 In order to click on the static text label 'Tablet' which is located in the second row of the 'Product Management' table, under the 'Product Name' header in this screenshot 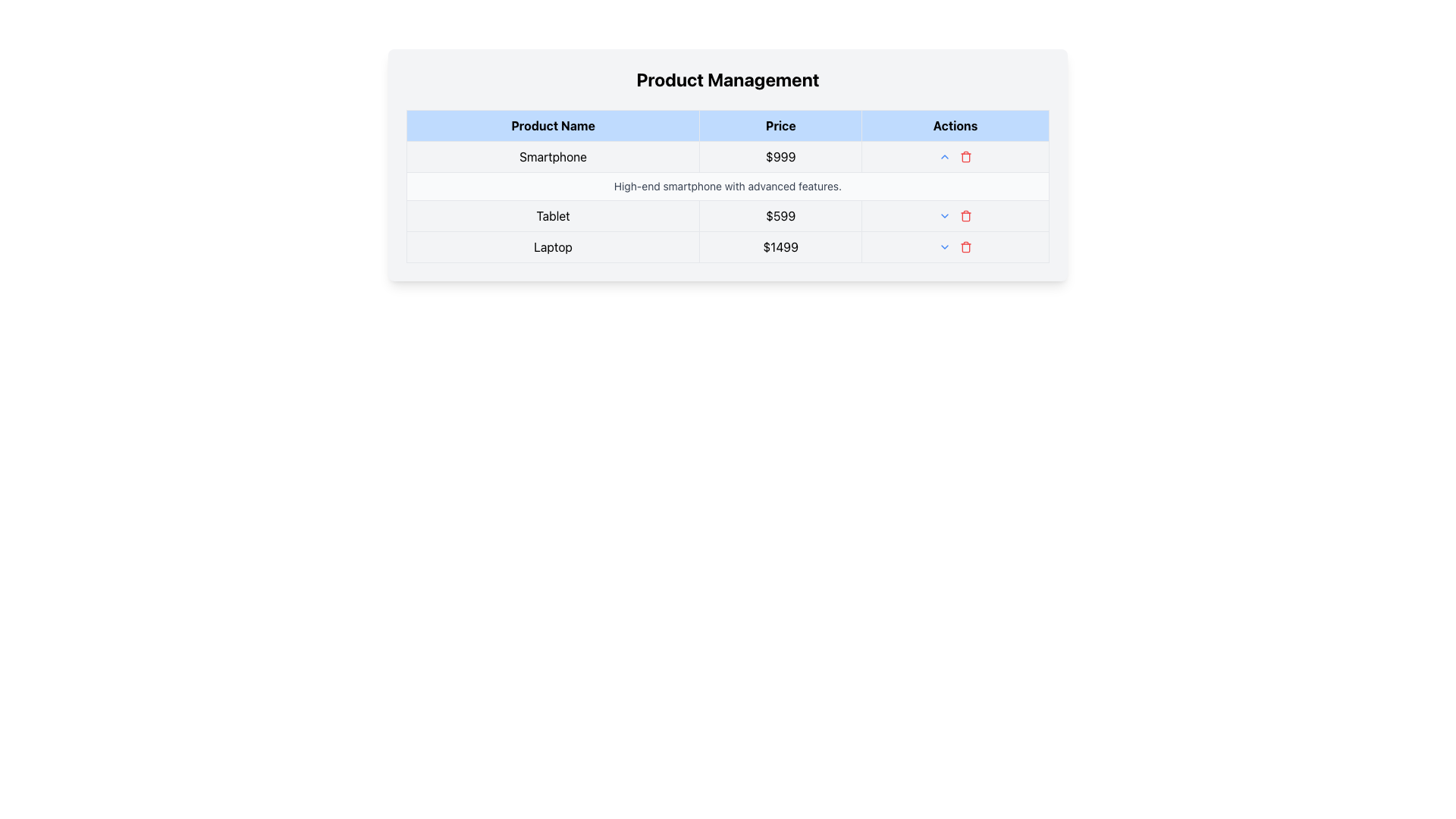, I will do `click(552, 216)`.